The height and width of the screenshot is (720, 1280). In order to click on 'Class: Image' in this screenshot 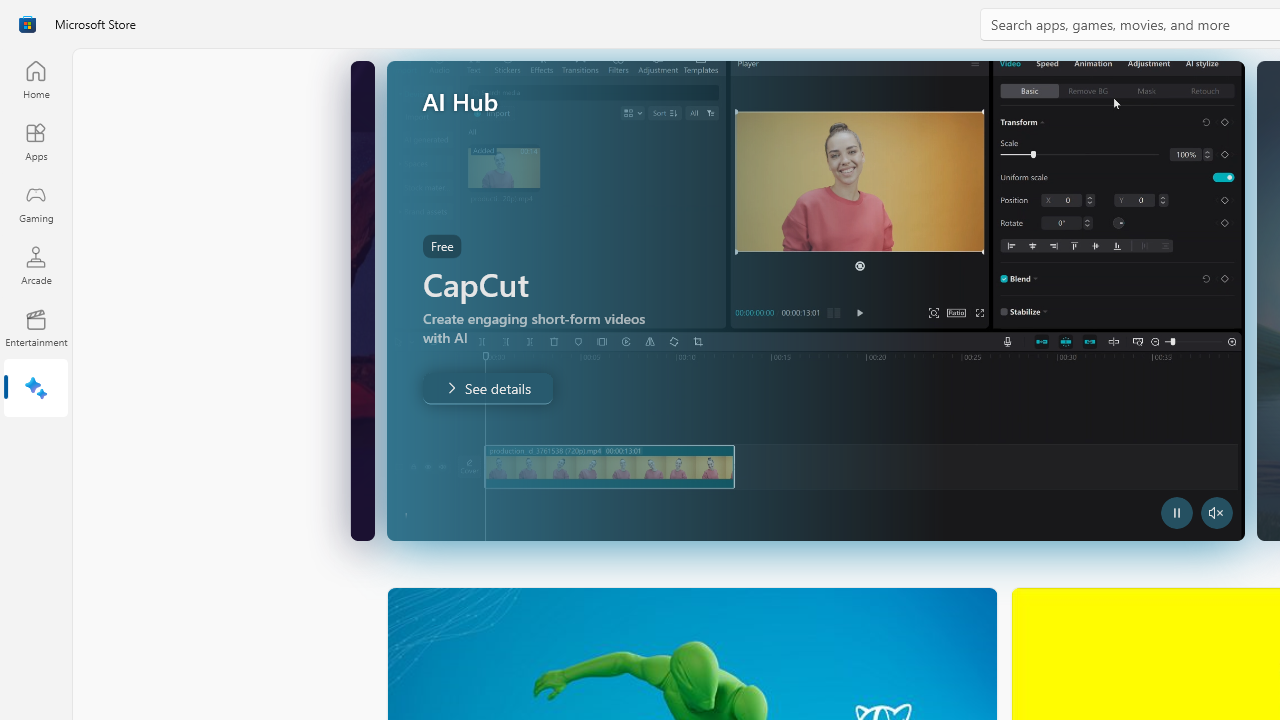, I will do `click(27, 24)`.